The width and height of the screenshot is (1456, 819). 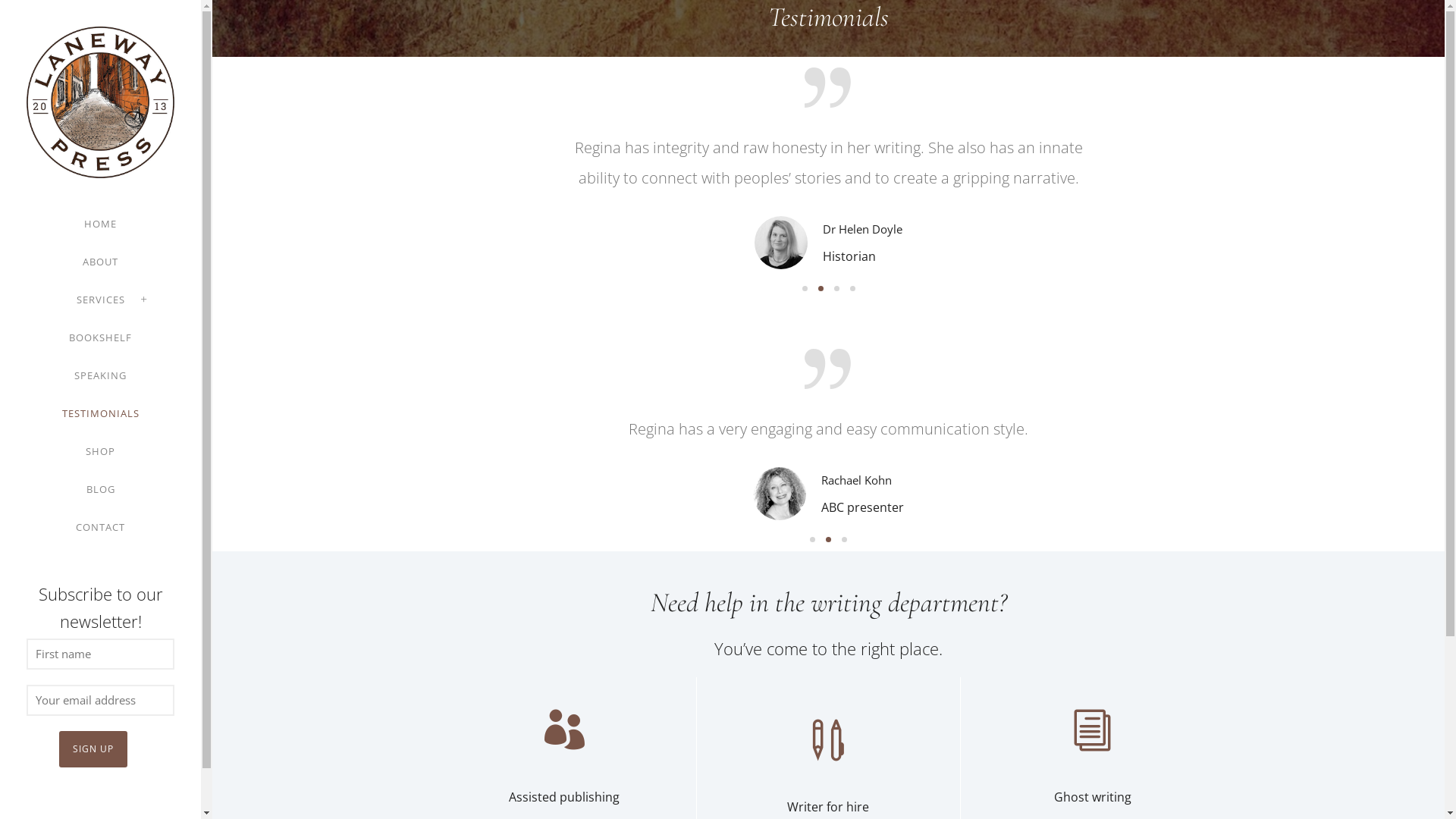 What do you see at coordinates (99, 336) in the screenshot?
I see `'BOOKSHELF'` at bounding box center [99, 336].